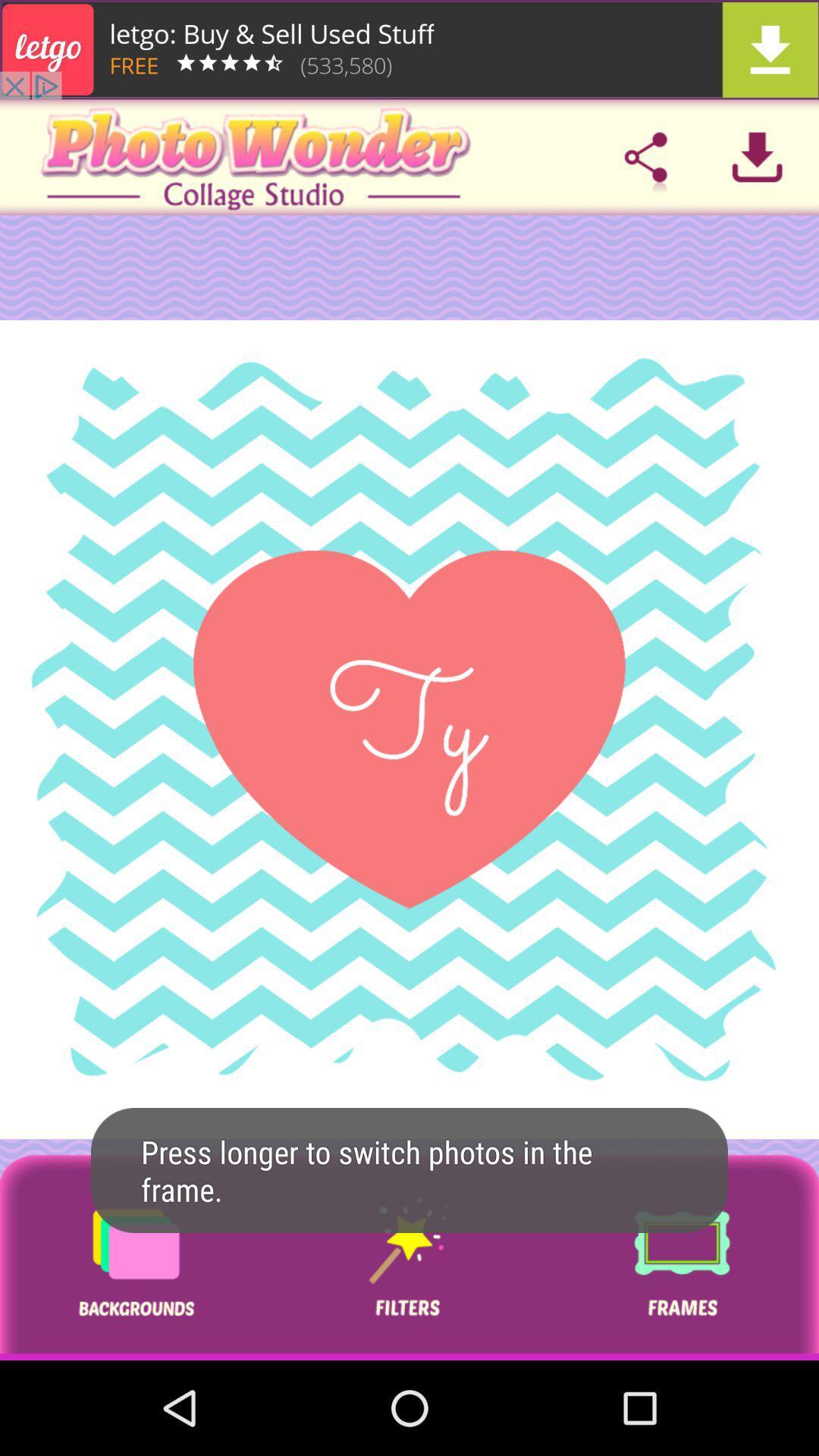  What do you see at coordinates (645, 157) in the screenshot?
I see `share the pic` at bounding box center [645, 157].